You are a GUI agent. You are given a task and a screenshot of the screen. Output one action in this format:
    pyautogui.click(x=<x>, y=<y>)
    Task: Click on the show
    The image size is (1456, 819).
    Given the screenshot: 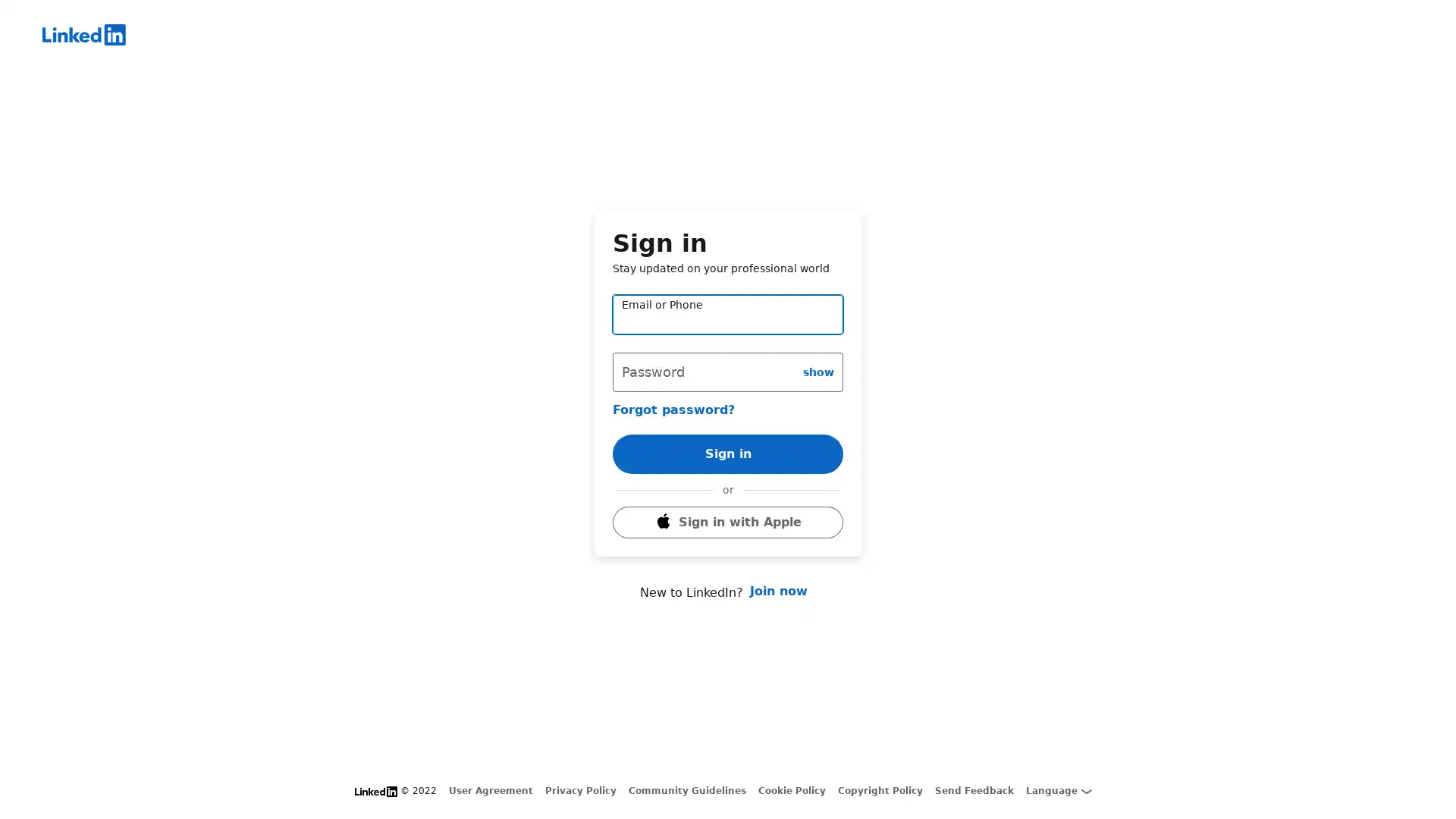 What is the action you would take?
    pyautogui.click(x=817, y=350)
    